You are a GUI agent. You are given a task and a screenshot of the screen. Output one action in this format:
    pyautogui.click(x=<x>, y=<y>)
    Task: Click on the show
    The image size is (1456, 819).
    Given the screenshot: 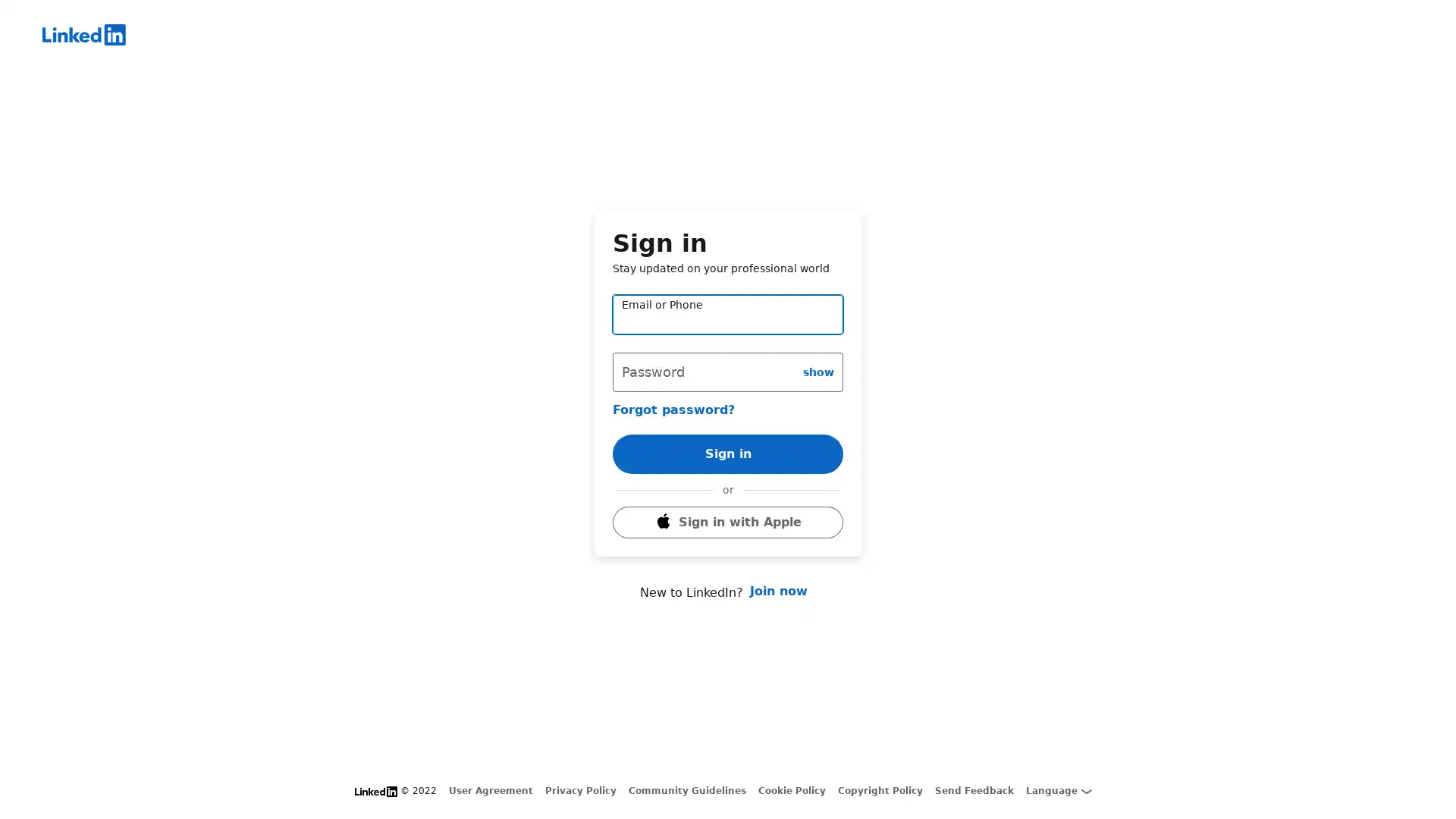 What is the action you would take?
    pyautogui.click(x=817, y=350)
    